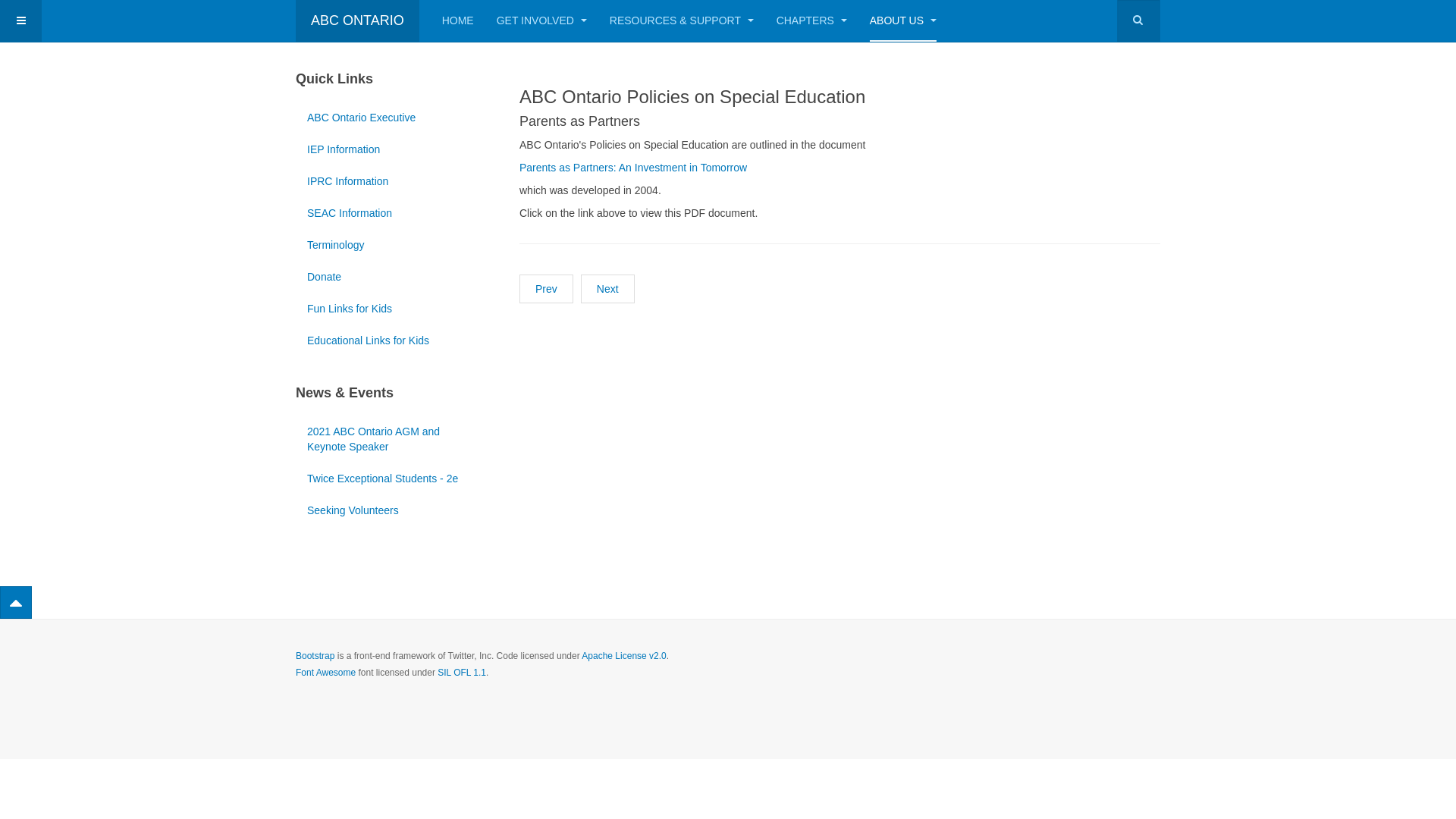  What do you see at coordinates (392, 339) in the screenshot?
I see `'Educational Links for Kids'` at bounding box center [392, 339].